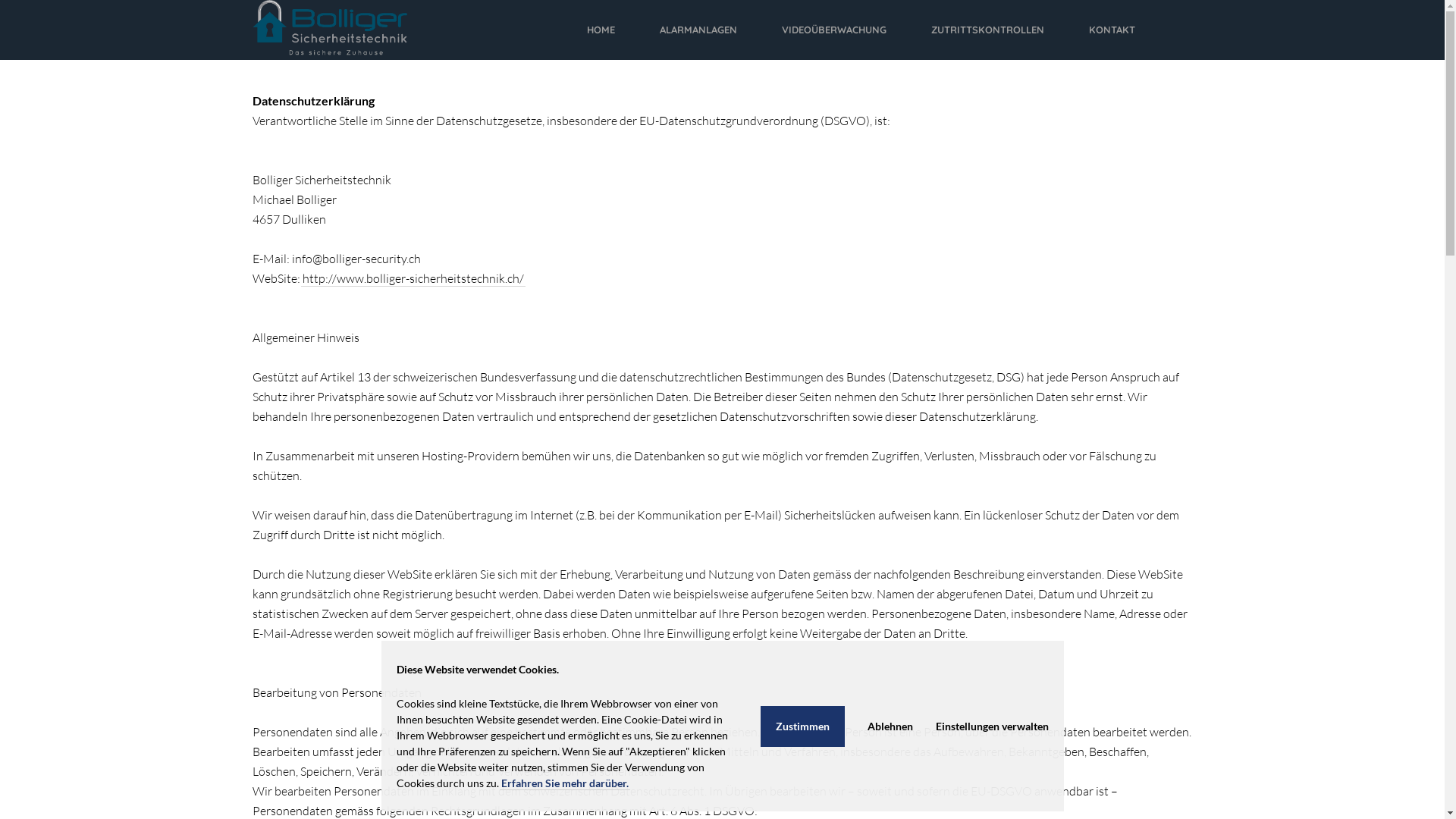  What do you see at coordinates (890, 724) in the screenshot?
I see `'Ablehnen'` at bounding box center [890, 724].